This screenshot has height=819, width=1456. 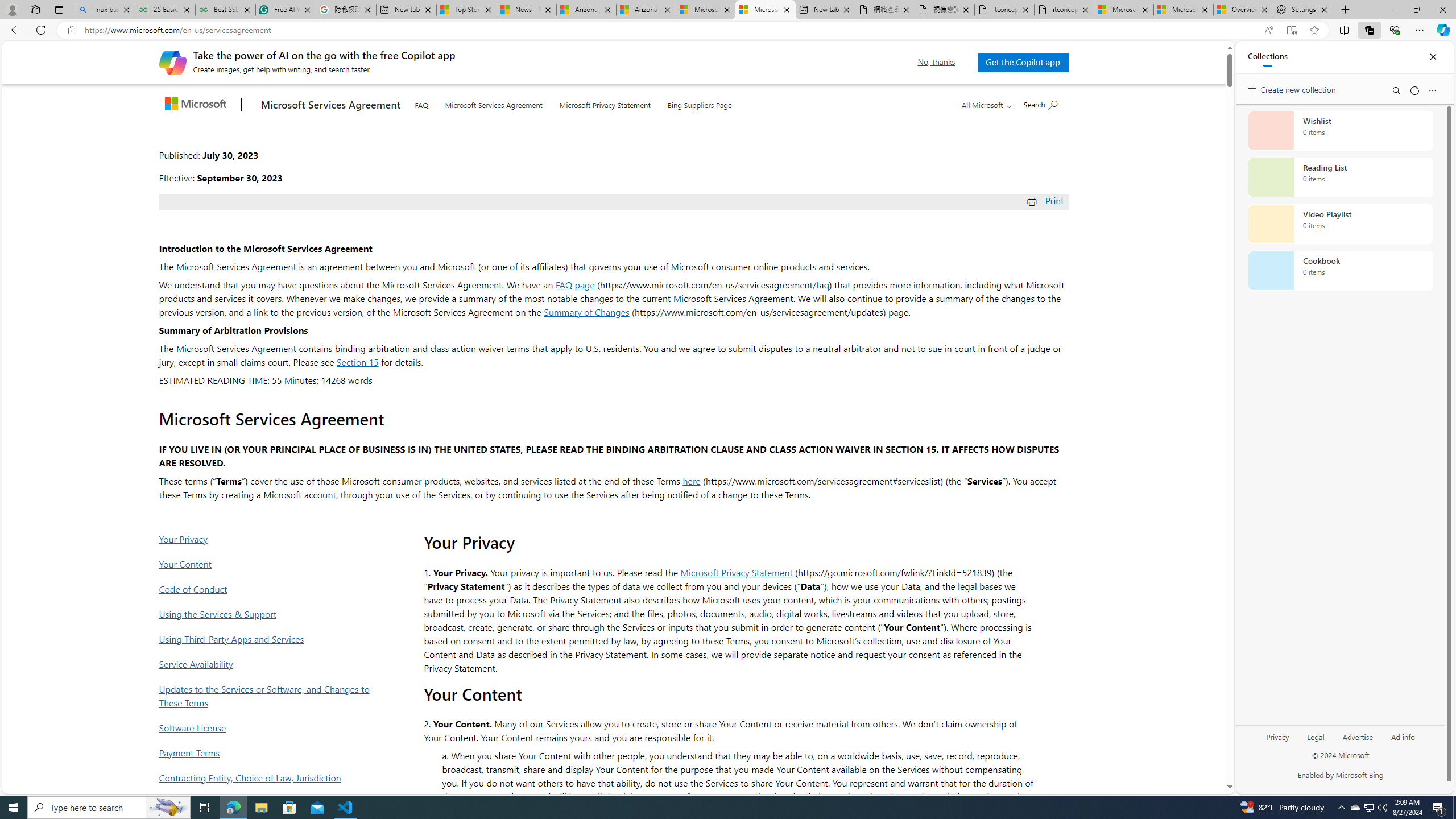 What do you see at coordinates (700, 102) in the screenshot?
I see `'Bing Suppliers Page'` at bounding box center [700, 102].